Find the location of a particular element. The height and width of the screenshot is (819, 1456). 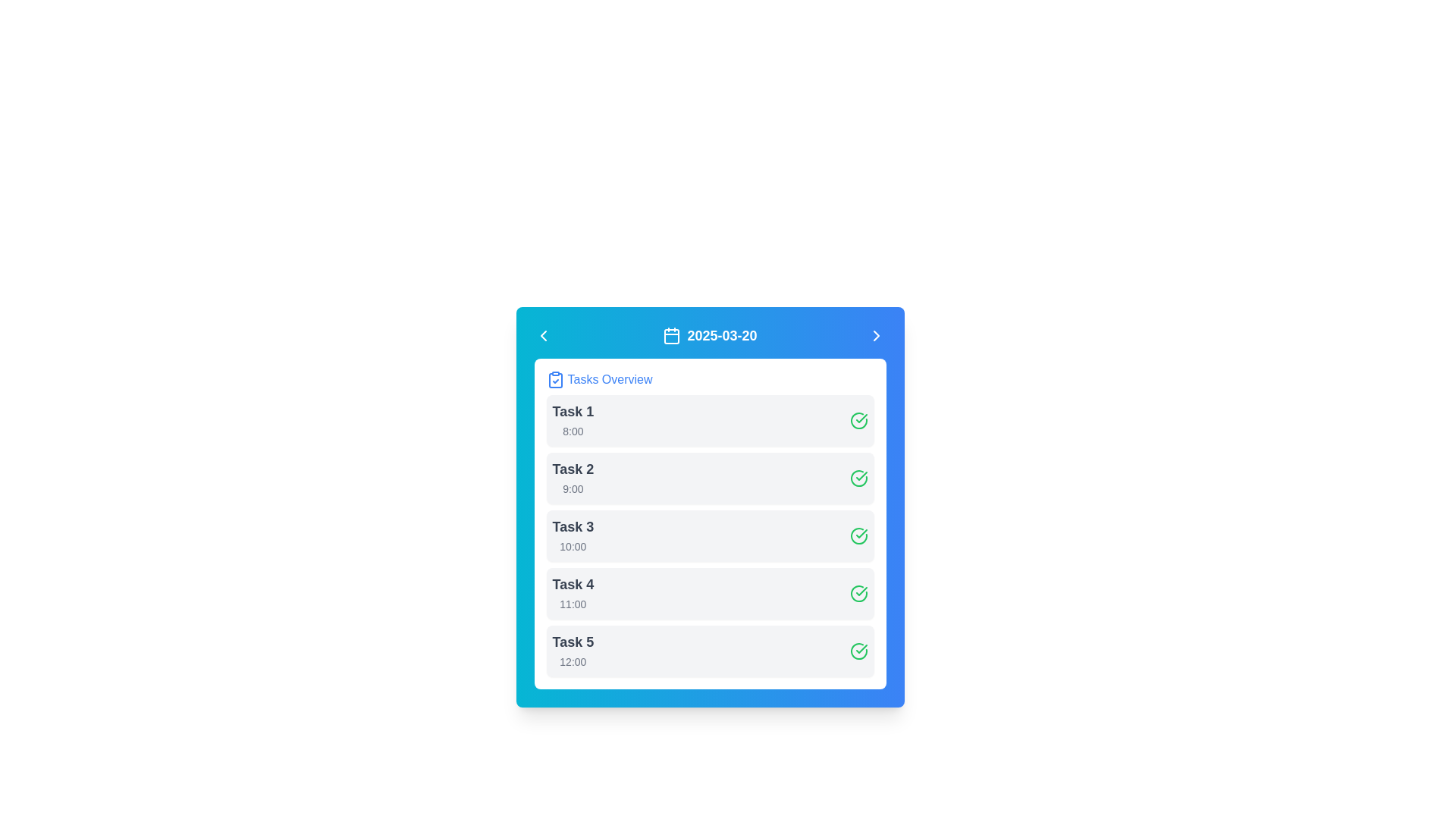

the SVG icon representing the completion status of 'Task 3' located at the far-right side of its row for additional options is located at coordinates (858, 535).